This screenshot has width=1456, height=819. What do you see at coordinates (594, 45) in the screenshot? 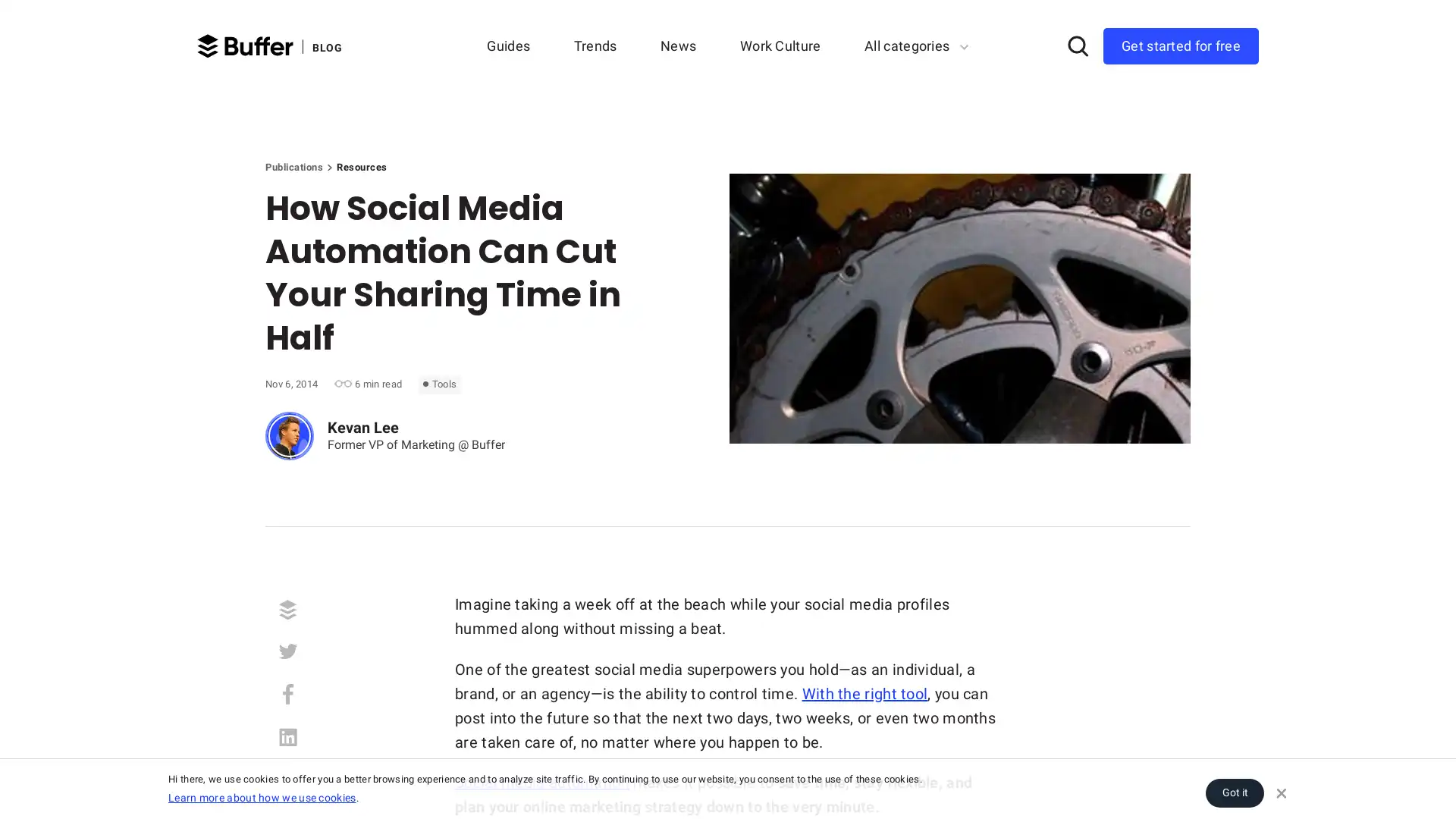
I see `Trends` at bounding box center [594, 45].